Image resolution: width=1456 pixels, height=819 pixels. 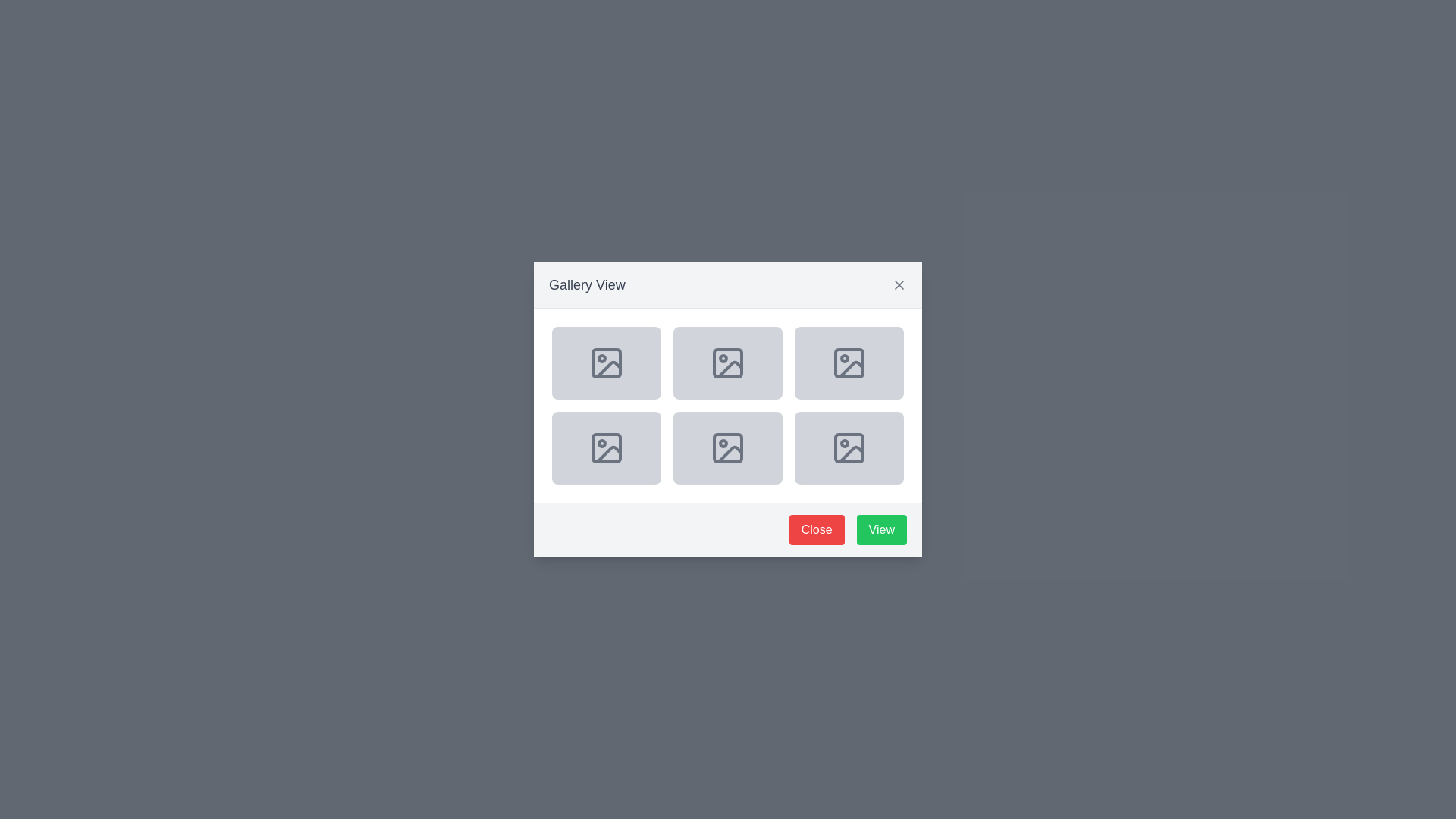 What do you see at coordinates (881, 529) in the screenshot?
I see `the green rectangular button labeled 'View' located at the bottom-right corner of the modal window` at bounding box center [881, 529].